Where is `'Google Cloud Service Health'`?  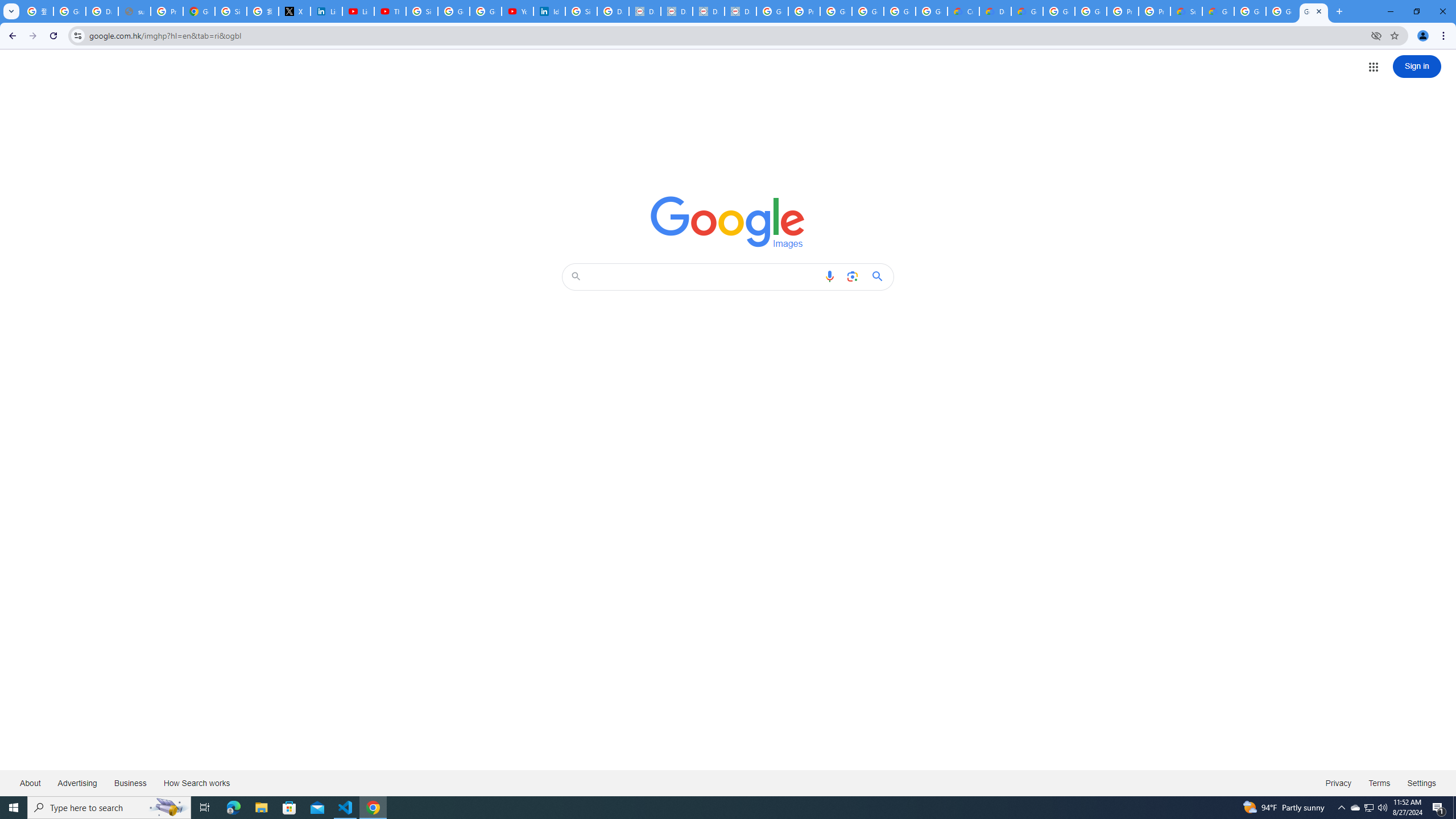
'Google Cloud Service Health' is located at coordinates (1217, 11).